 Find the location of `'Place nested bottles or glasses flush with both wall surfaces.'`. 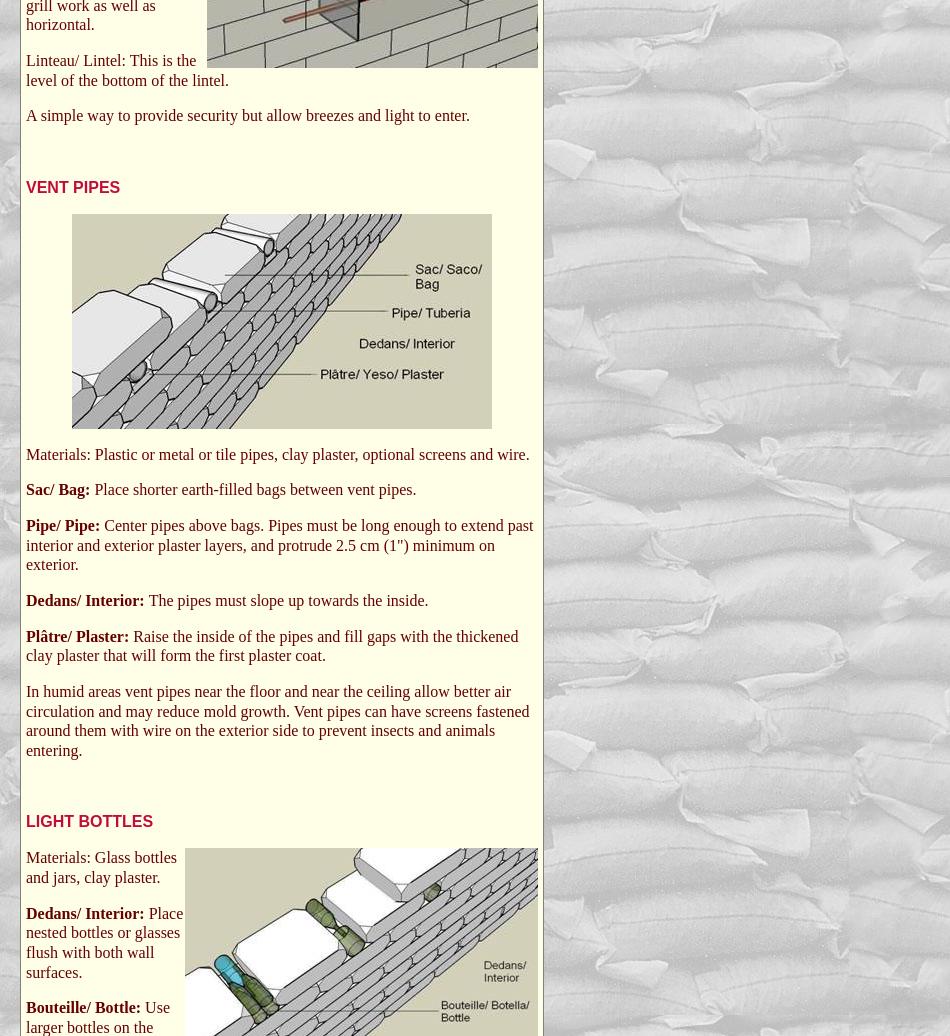

'Place nested bottles or glasses flush with both wall surfaces.' is located at coordinates (104, 942).